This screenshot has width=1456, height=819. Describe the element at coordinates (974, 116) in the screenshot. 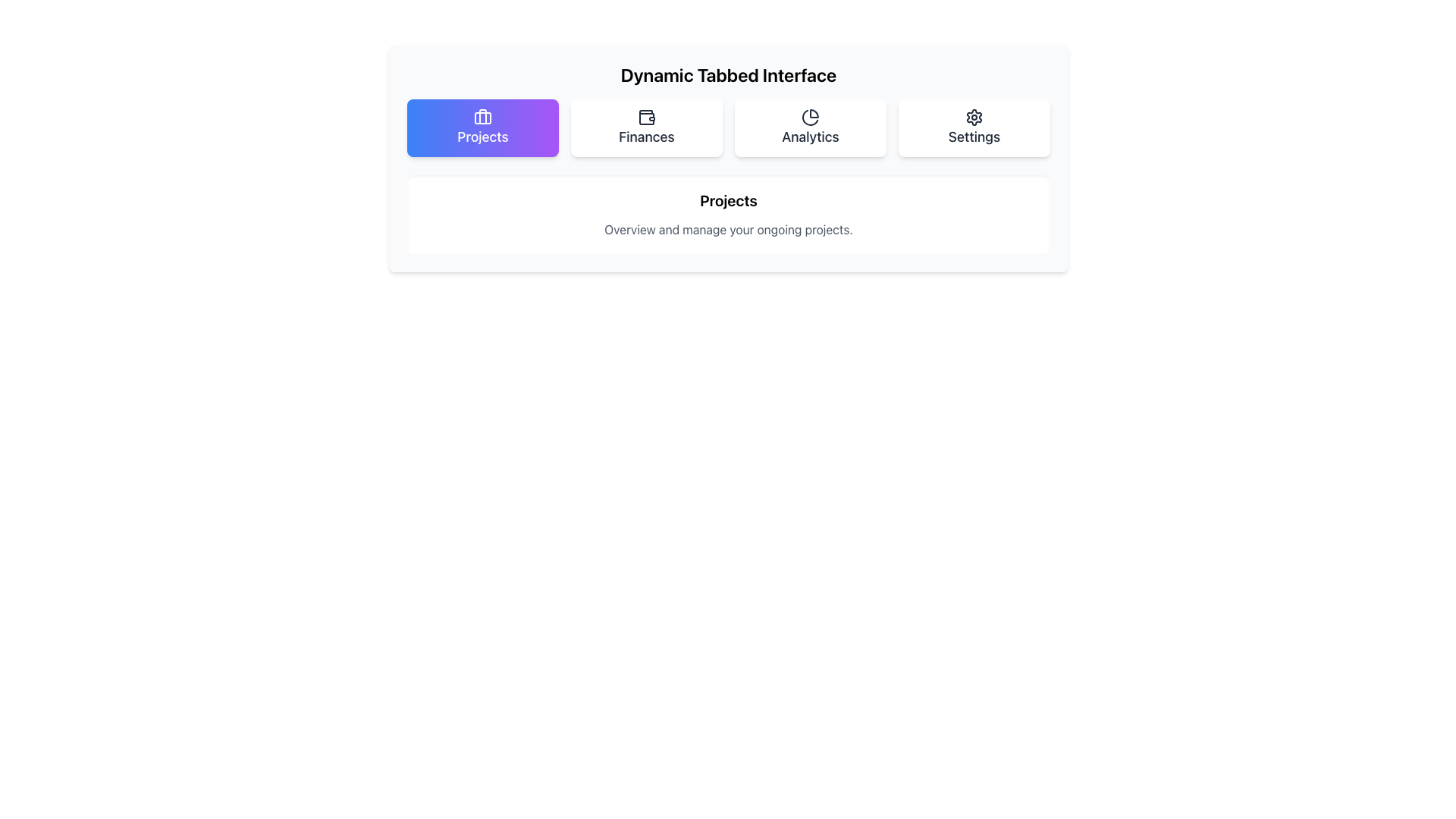

I see `the gear icon in the 'Settings' tab located in the top right corner of the interface, which is above the text 'Settings'` at that location.